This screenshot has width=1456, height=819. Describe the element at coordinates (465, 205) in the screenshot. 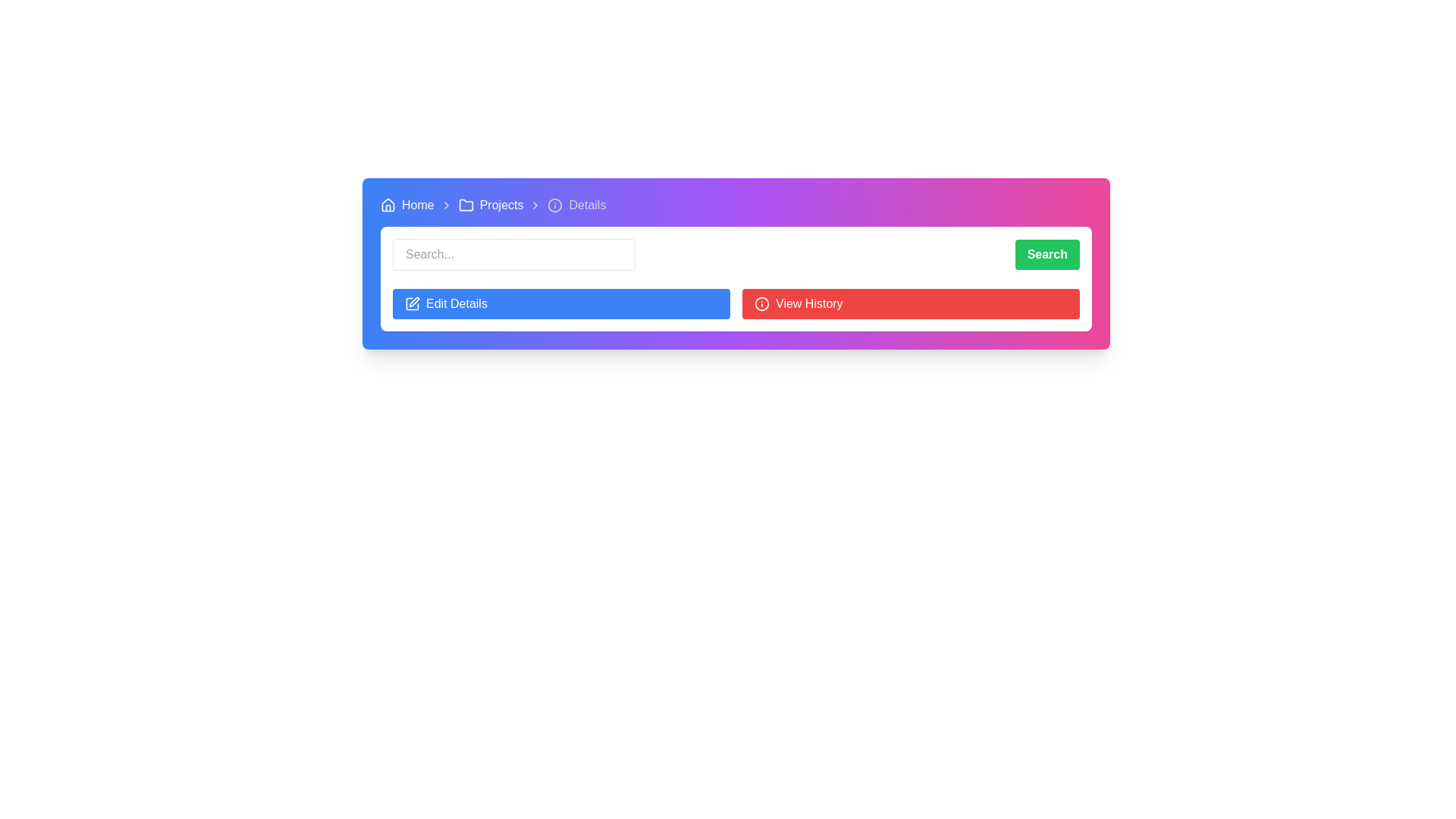

I see `the folder icon representing the 'Projects' section in the breadcrumb navigation bar, located between 'Home' and 'Projects'` at that location.